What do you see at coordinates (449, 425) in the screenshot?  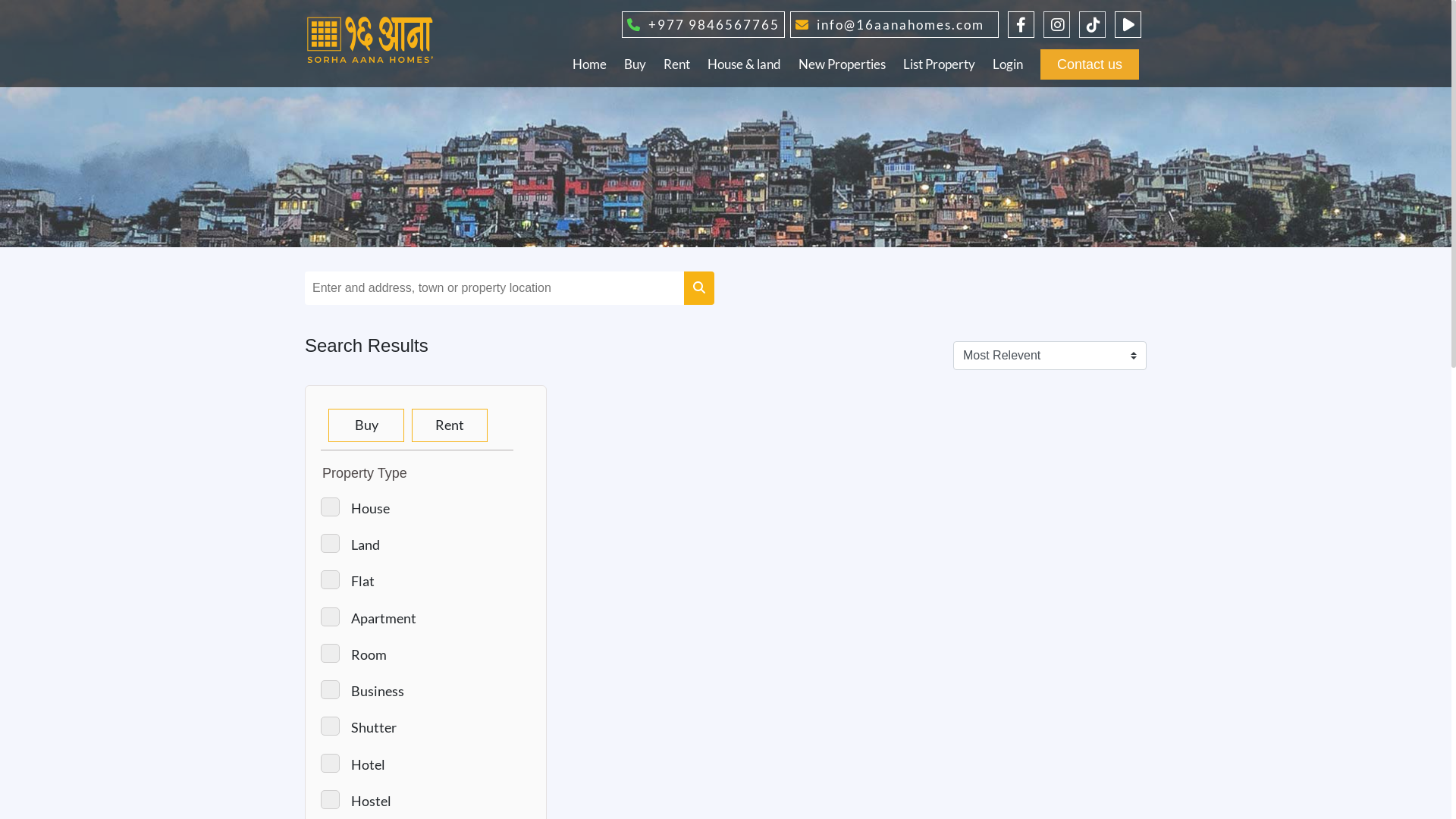 I see `'Rent'` at bounding box center [449, 425].